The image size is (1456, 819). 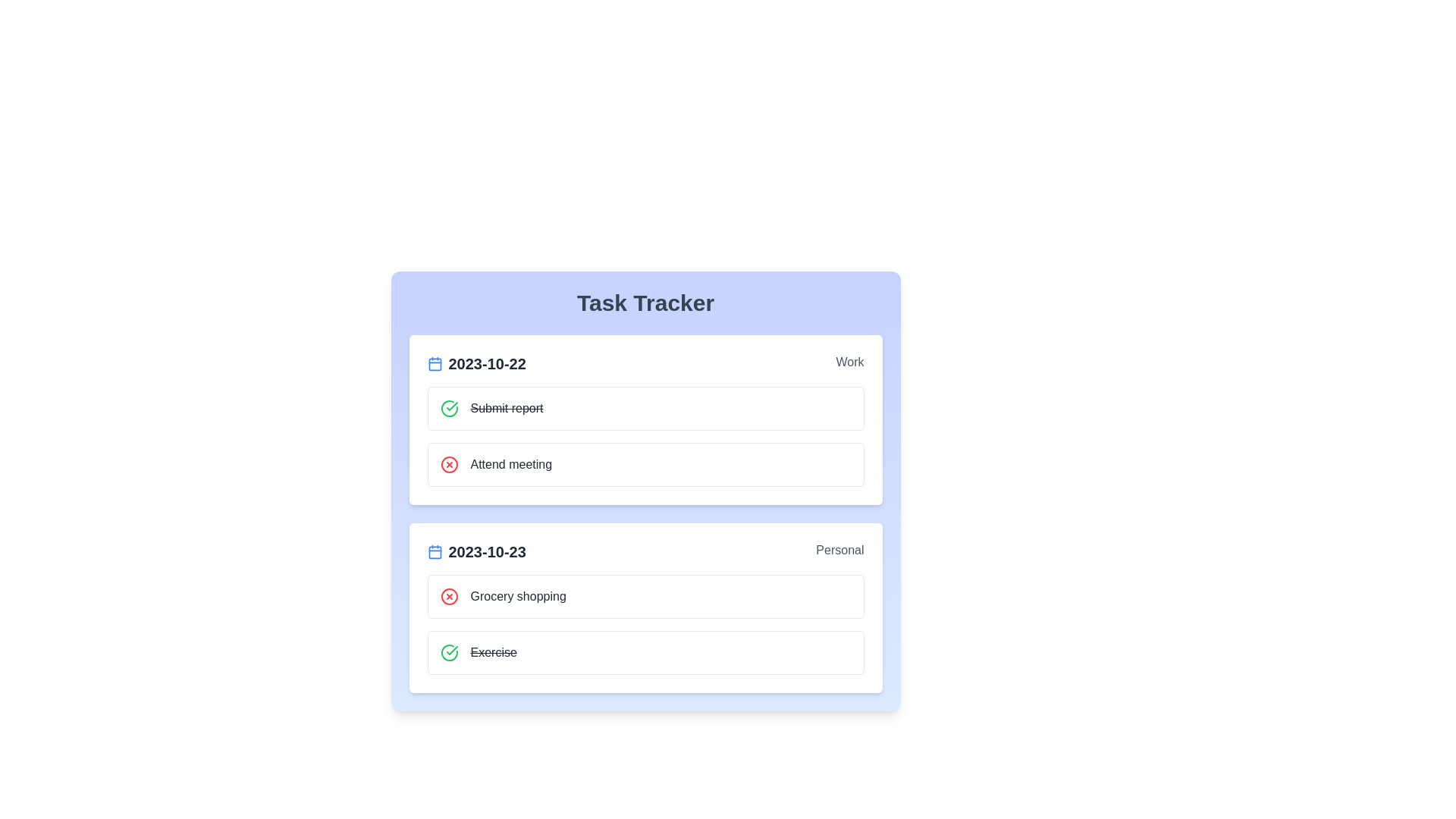 I want to click on the icon corresponding to Exercise to display its tooltip, so click(x=448, y=651).